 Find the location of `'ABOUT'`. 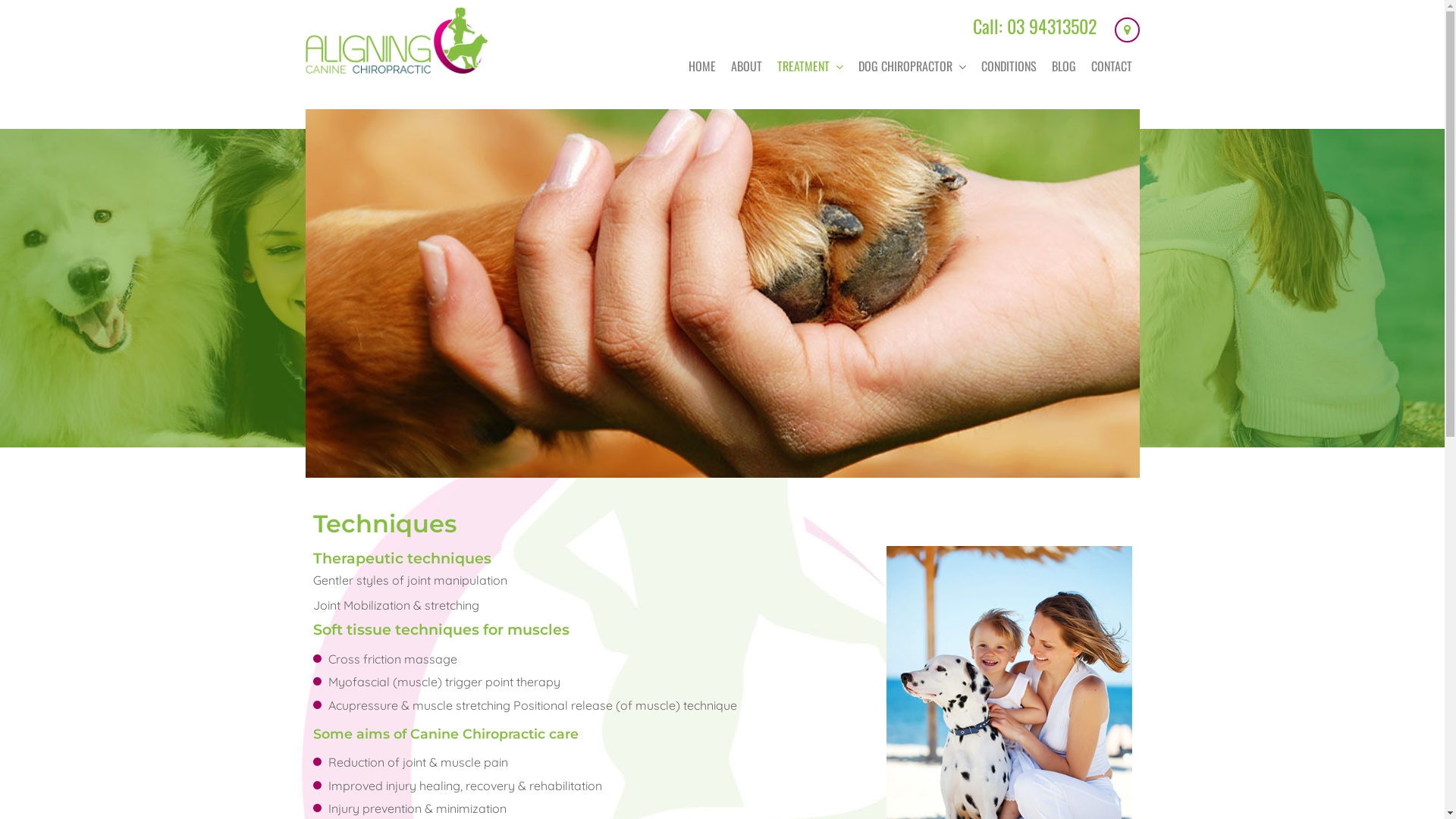

'ABOUT' is located at coordinates (746, 65).